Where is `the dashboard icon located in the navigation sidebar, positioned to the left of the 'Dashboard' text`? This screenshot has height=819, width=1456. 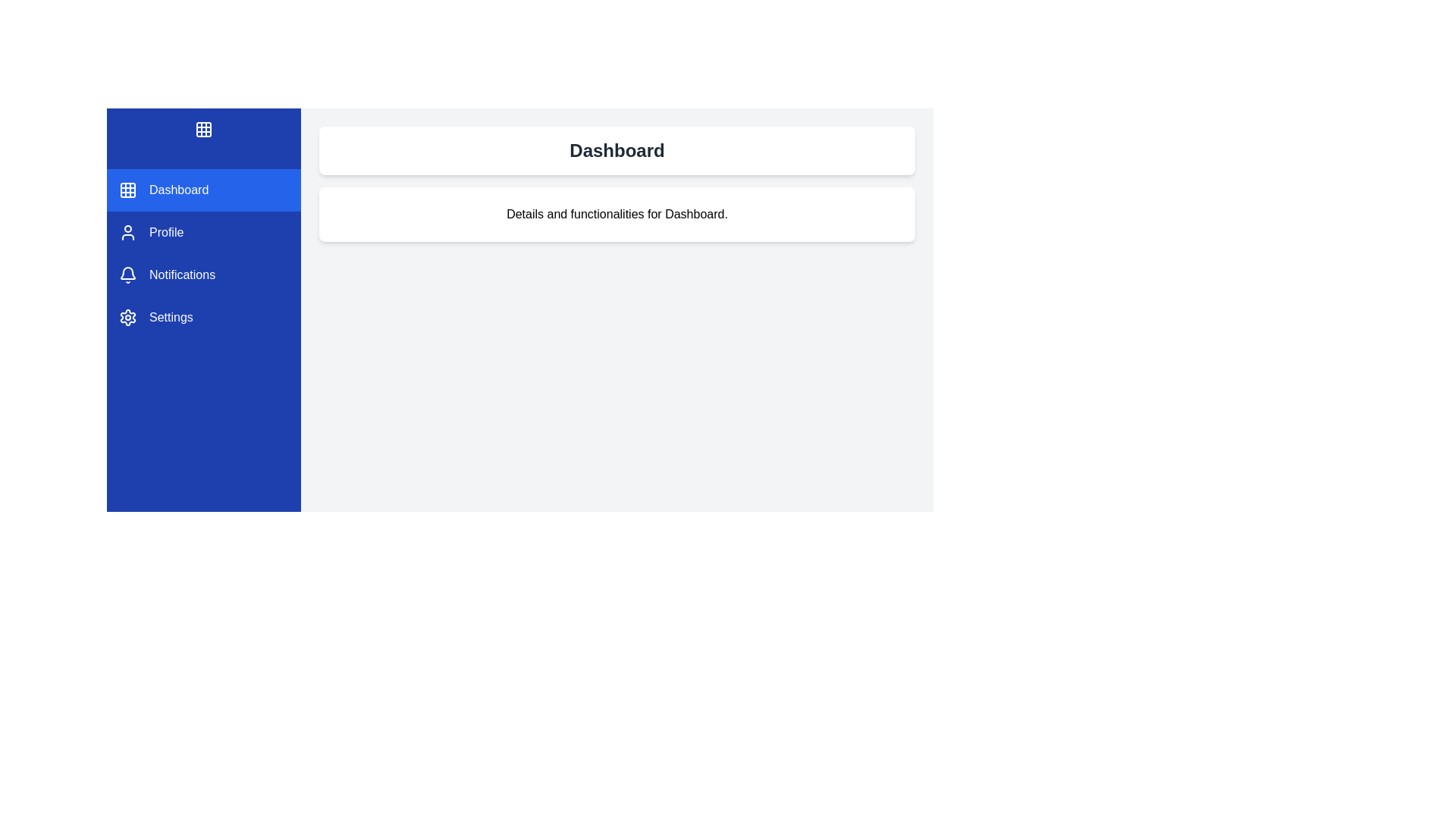
the dashboard icon located in the navigation sidebar, positioned to the left of the 'Dashboard' text is located at coordinates (127, 189).